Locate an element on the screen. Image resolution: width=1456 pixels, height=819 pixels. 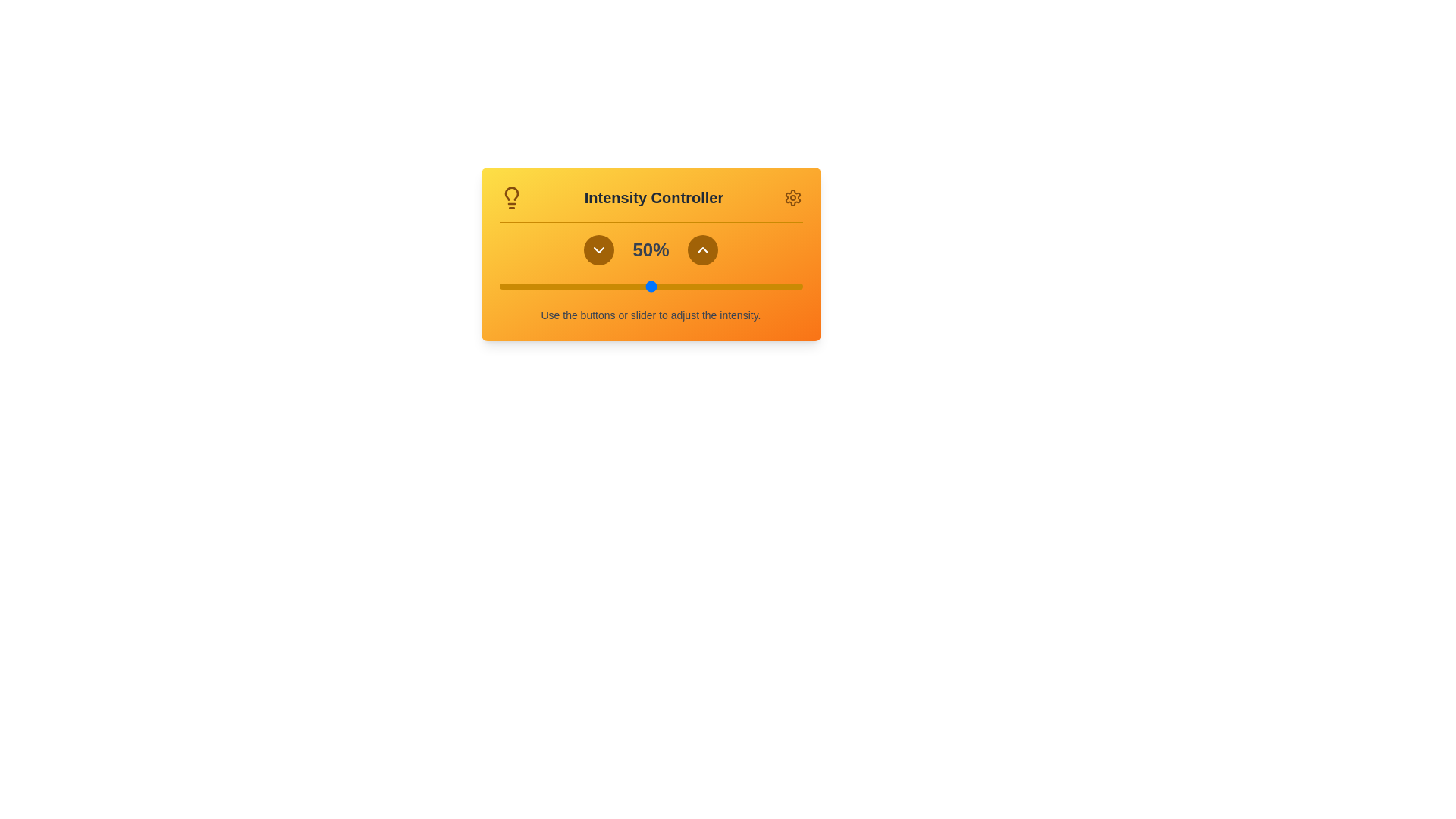
the intensity increase button is located at coordinates (701, 249).